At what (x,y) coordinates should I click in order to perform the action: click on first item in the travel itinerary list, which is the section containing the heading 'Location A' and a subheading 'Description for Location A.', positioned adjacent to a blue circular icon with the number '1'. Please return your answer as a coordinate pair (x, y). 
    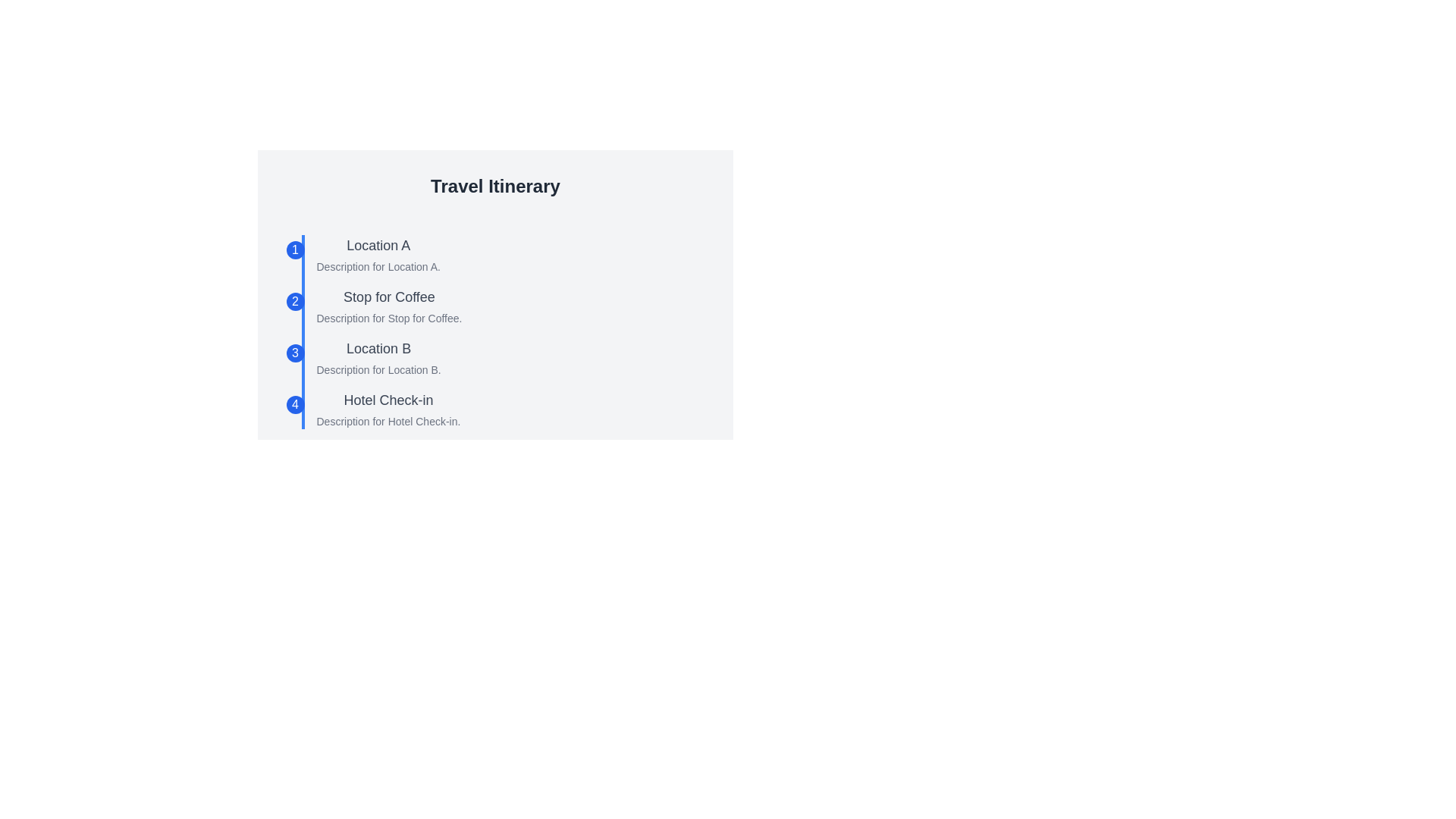
    Looking at the image, I should click on (497, 253).